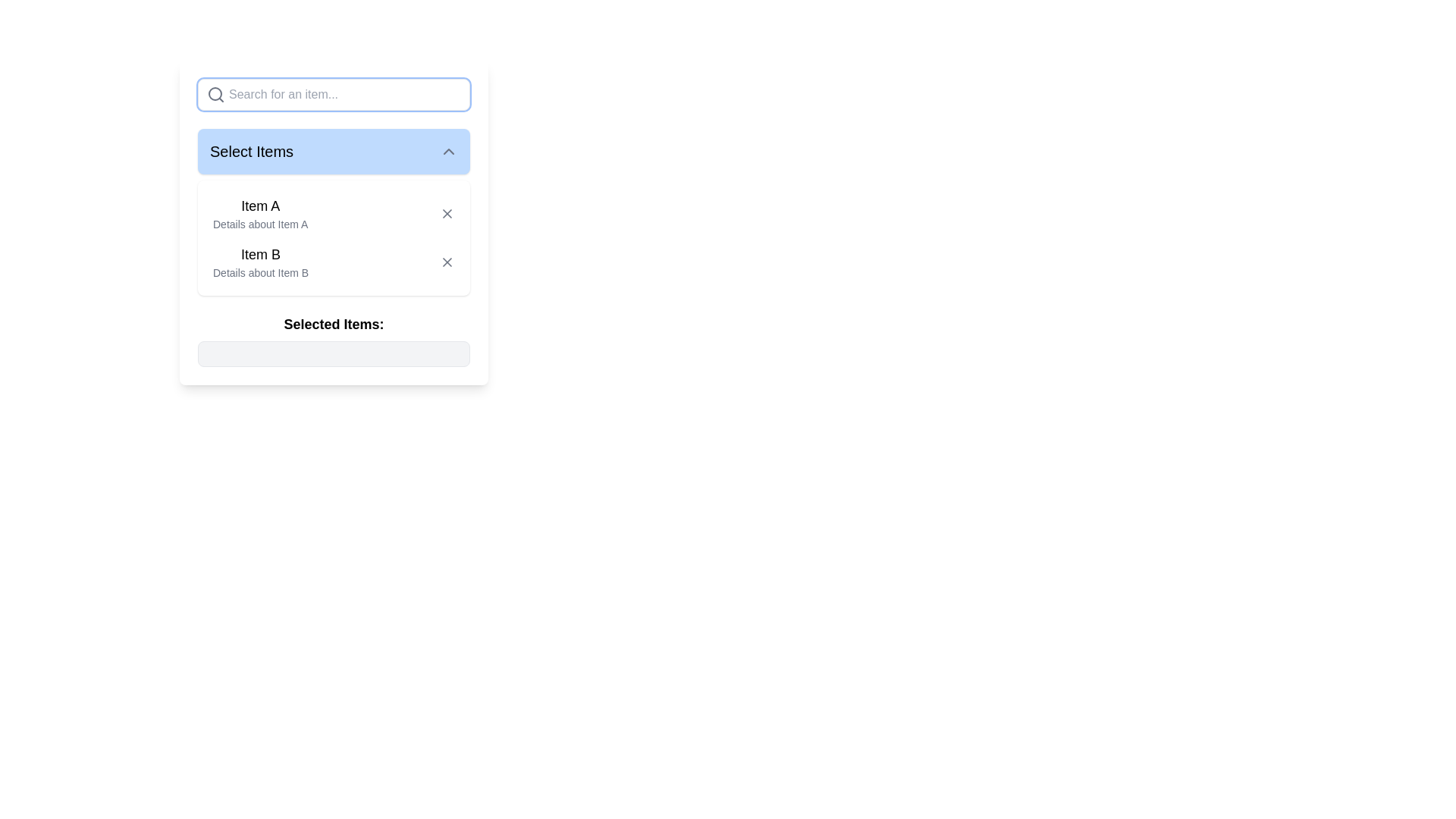 The image size is (1456, 819). I want to click on the search icon, which is a light gray magnifying glass located at the left side of the input box, so click(215, 94).